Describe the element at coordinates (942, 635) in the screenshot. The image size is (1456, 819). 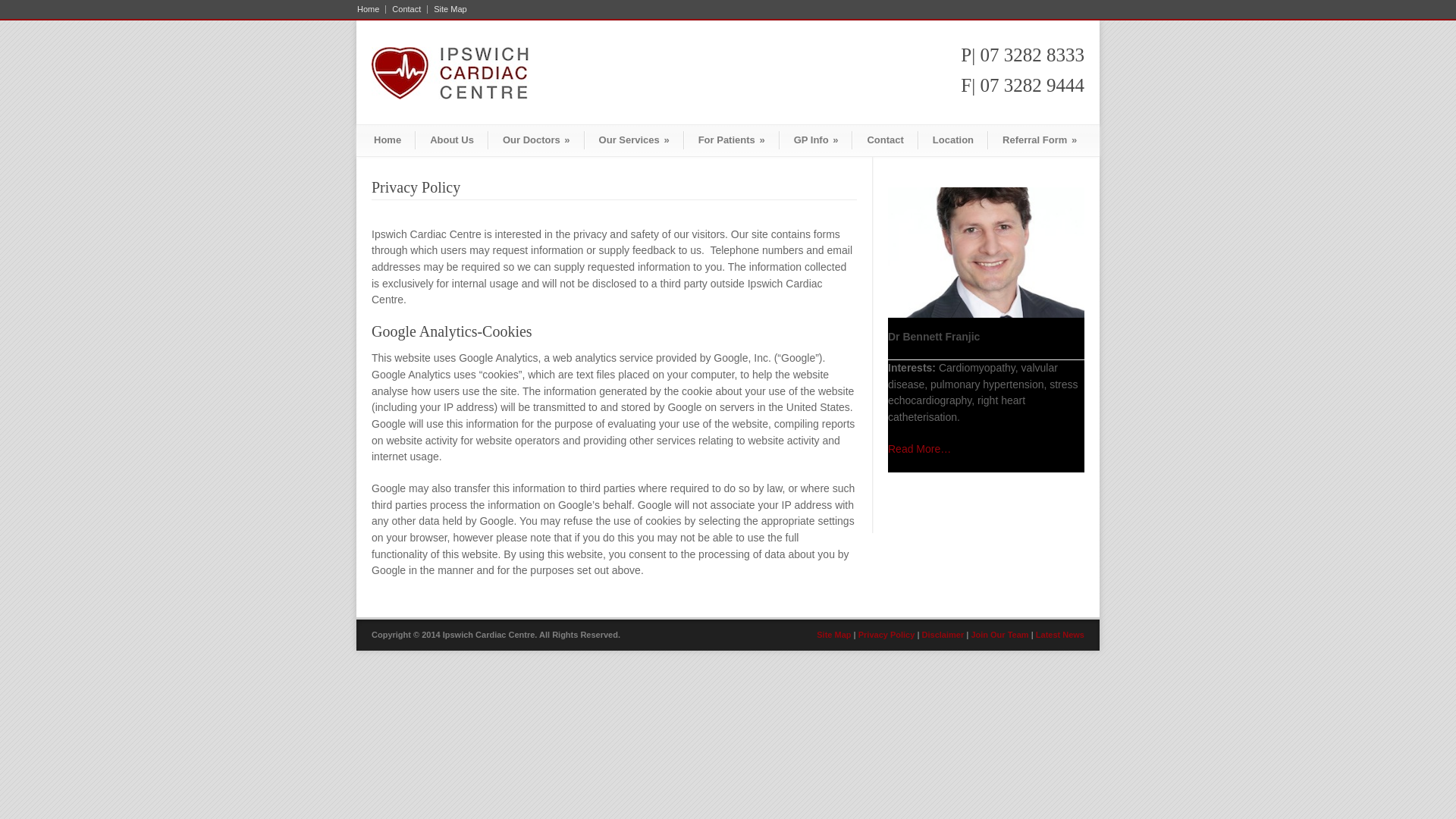
I see `'Disclaimer'` at that location.